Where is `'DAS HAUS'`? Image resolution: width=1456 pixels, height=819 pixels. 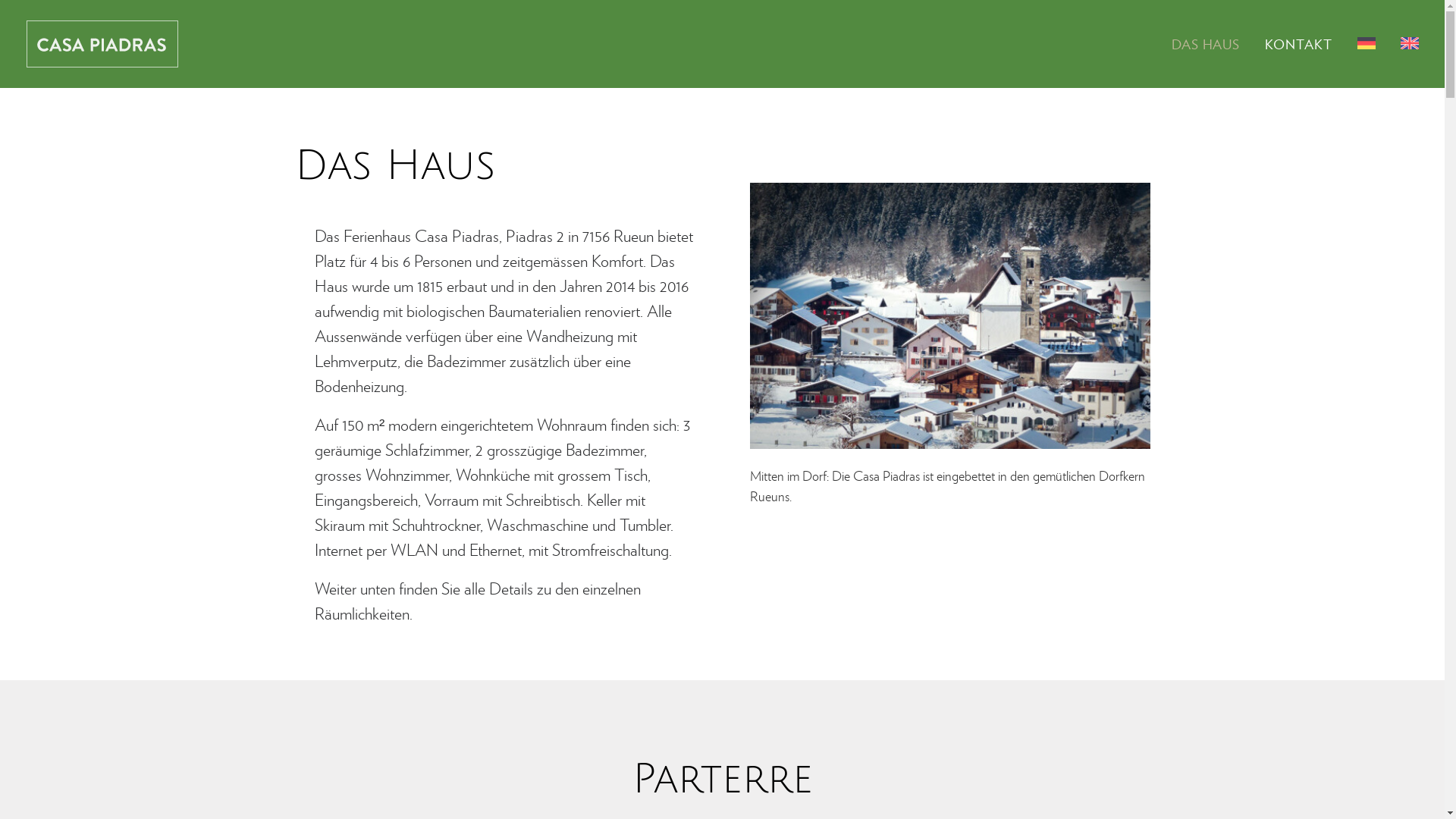
'DAS HAUS' is located at coordinates (1210, 42).